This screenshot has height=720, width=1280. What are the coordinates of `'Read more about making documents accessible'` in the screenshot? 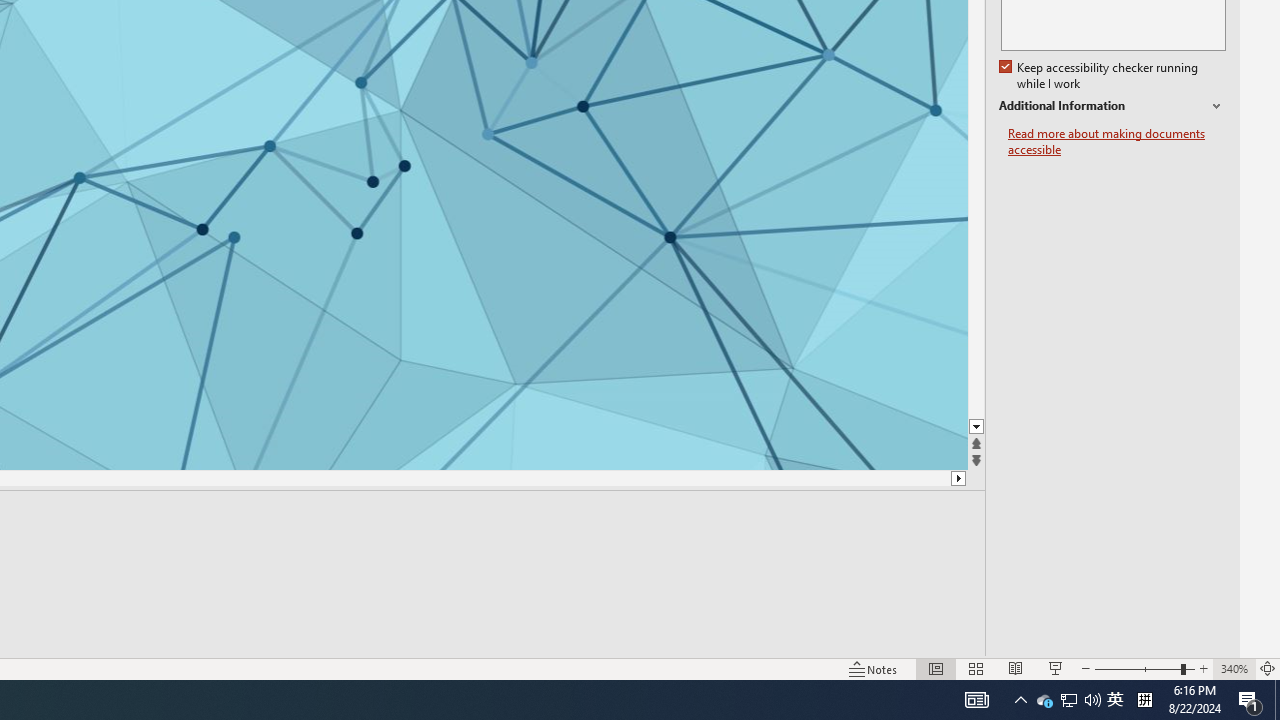 It's located at (1116, 141).